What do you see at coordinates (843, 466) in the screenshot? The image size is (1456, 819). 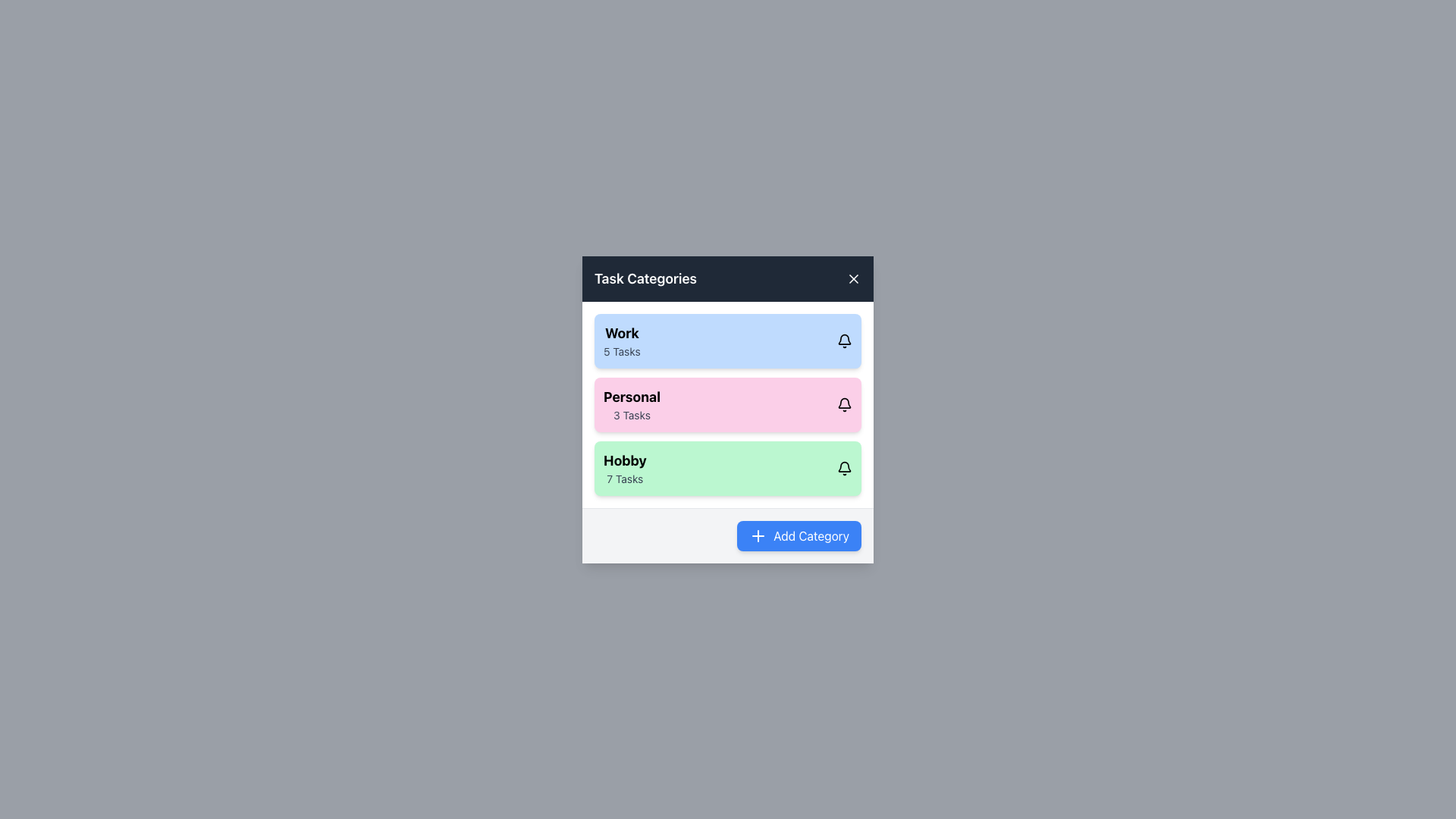 I see `the bottom arc segment of the notification bell icon located at the bottom right of the 'Hobby' category card` at bounding box center [843, 466].